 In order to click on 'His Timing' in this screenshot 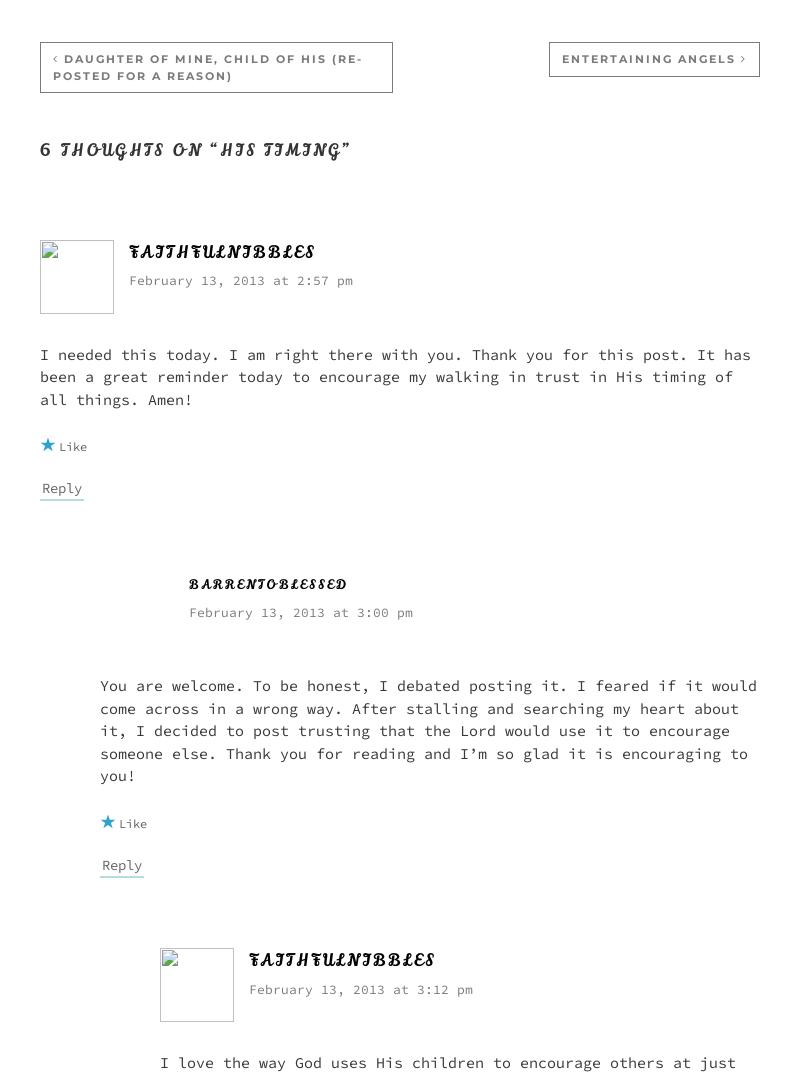, I will do `click(281, 149)`.